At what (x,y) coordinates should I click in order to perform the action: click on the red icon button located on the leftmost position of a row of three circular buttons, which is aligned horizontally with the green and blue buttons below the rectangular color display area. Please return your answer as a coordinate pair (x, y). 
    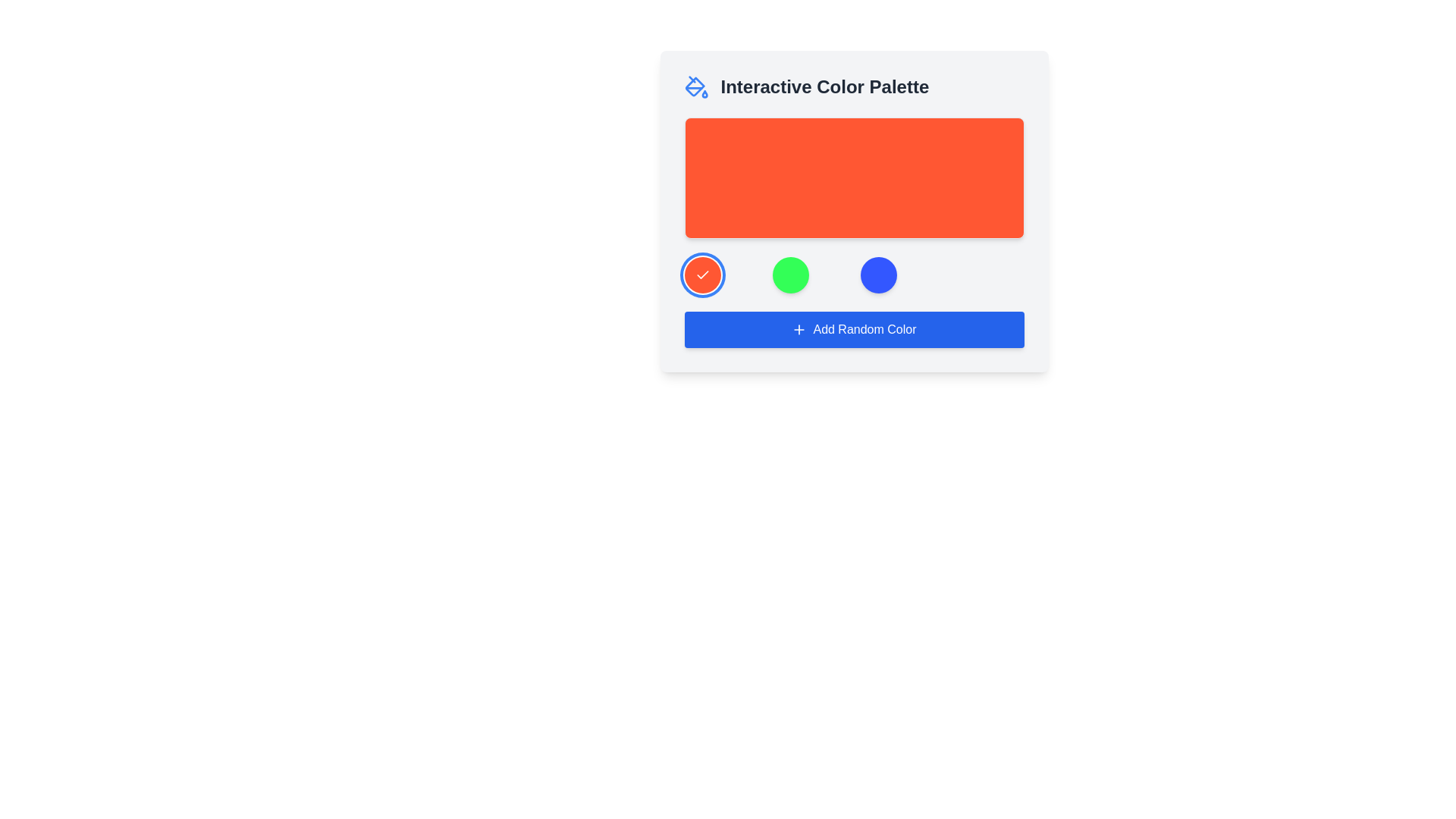
    Looking at the image, I should click on (701, 275).